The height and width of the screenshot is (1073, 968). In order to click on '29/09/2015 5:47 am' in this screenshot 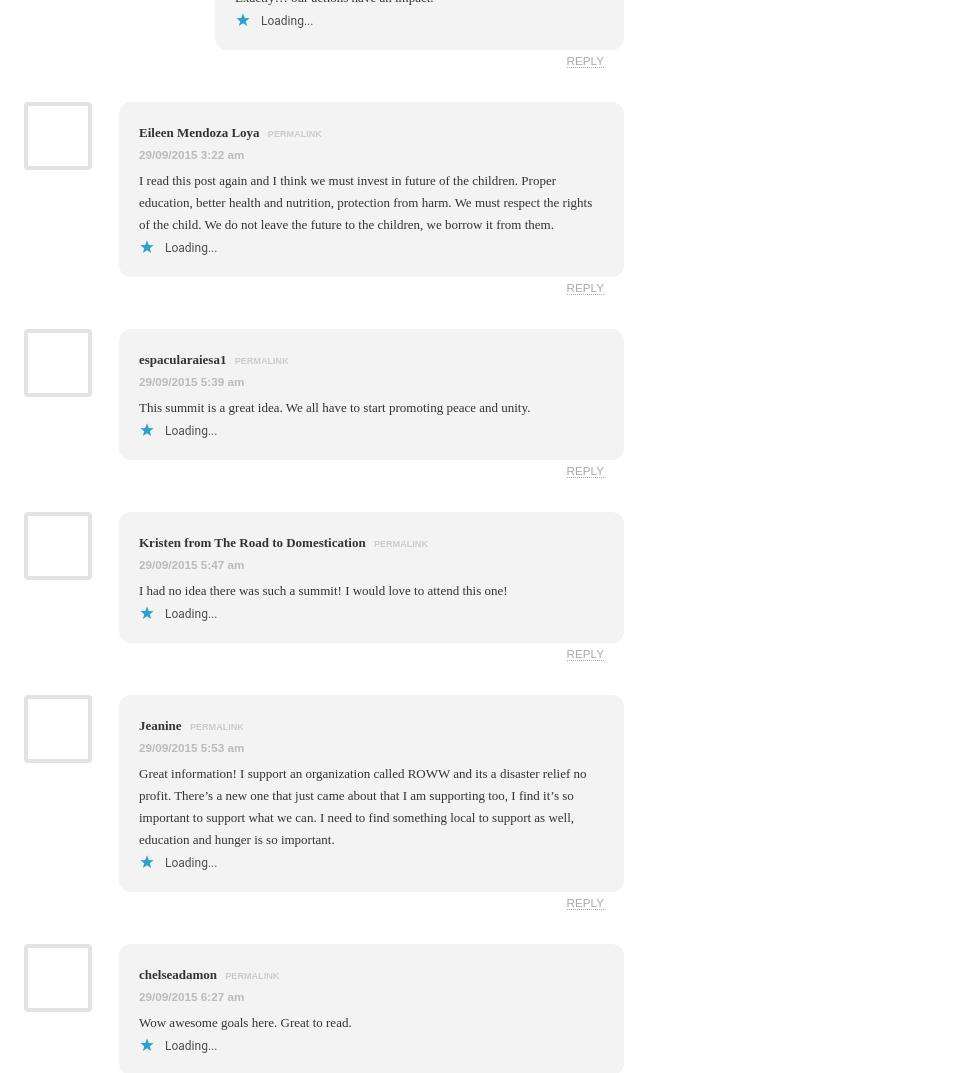, I will do `click(191, 563)`.